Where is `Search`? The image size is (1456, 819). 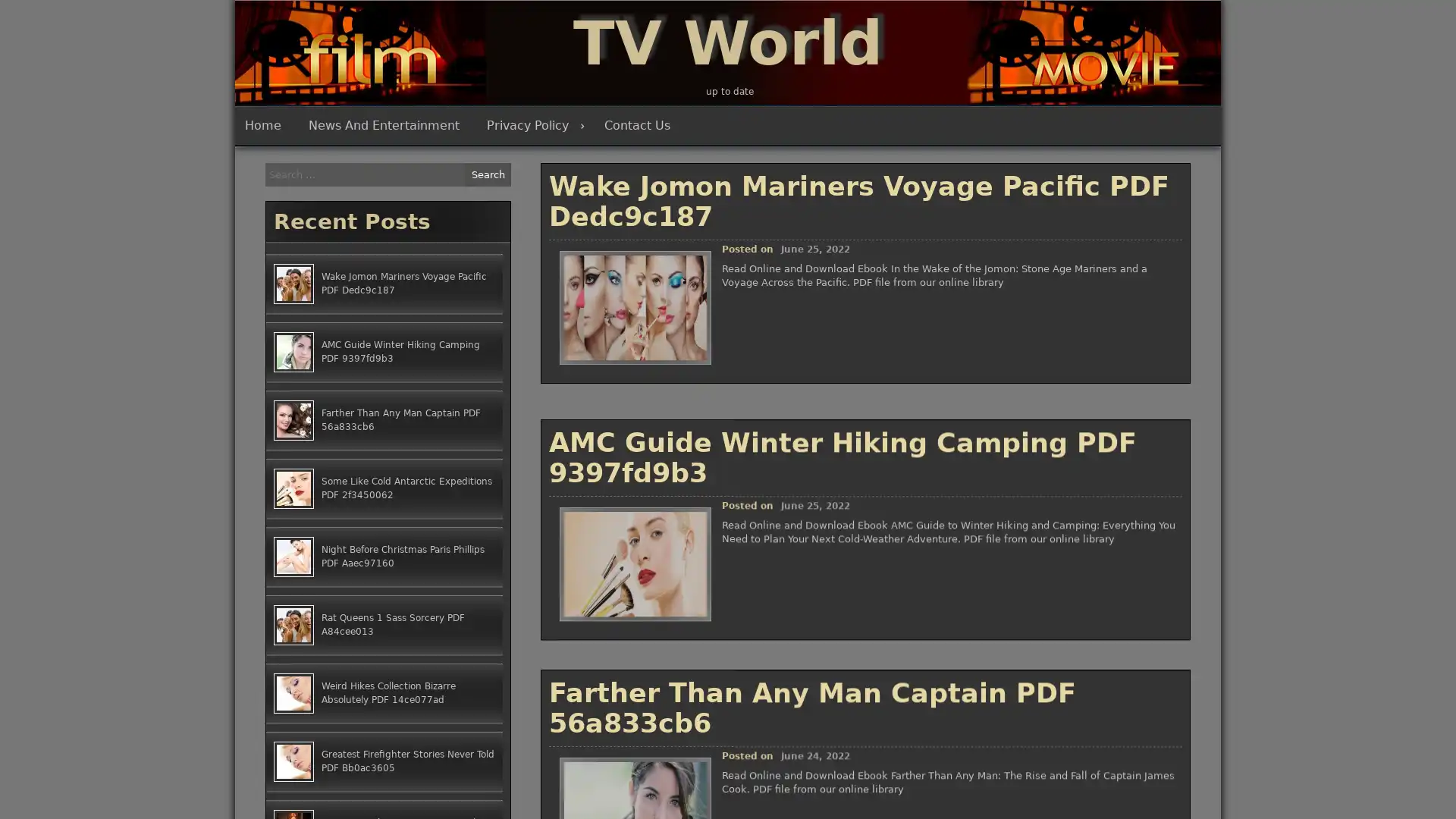
Search is located at coordinates (488, 174).